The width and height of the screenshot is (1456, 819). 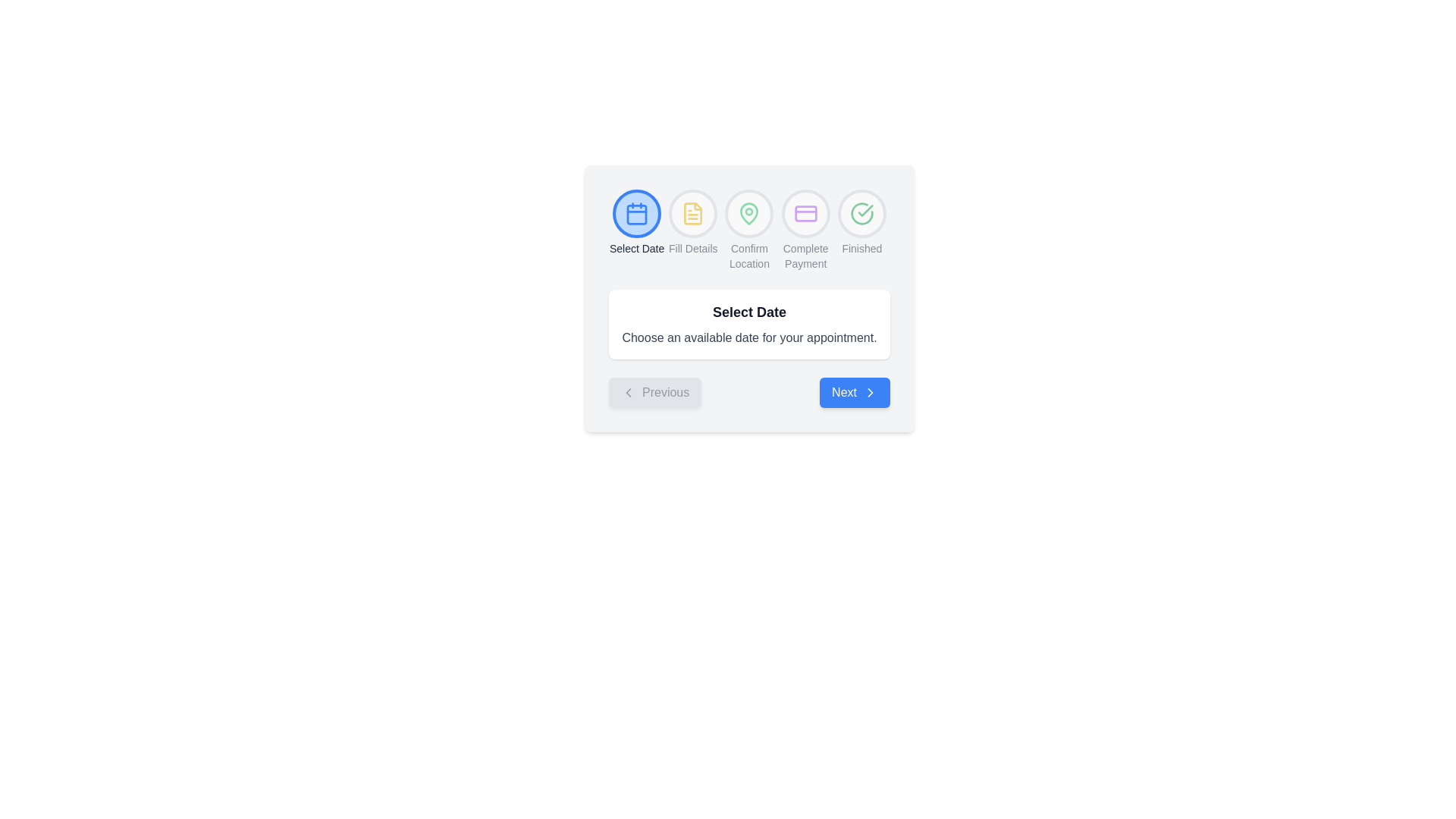 I want to click on the yellow document-like icon button located at the top of the modal, which is the second button from the left, so click(x=692, y=213).